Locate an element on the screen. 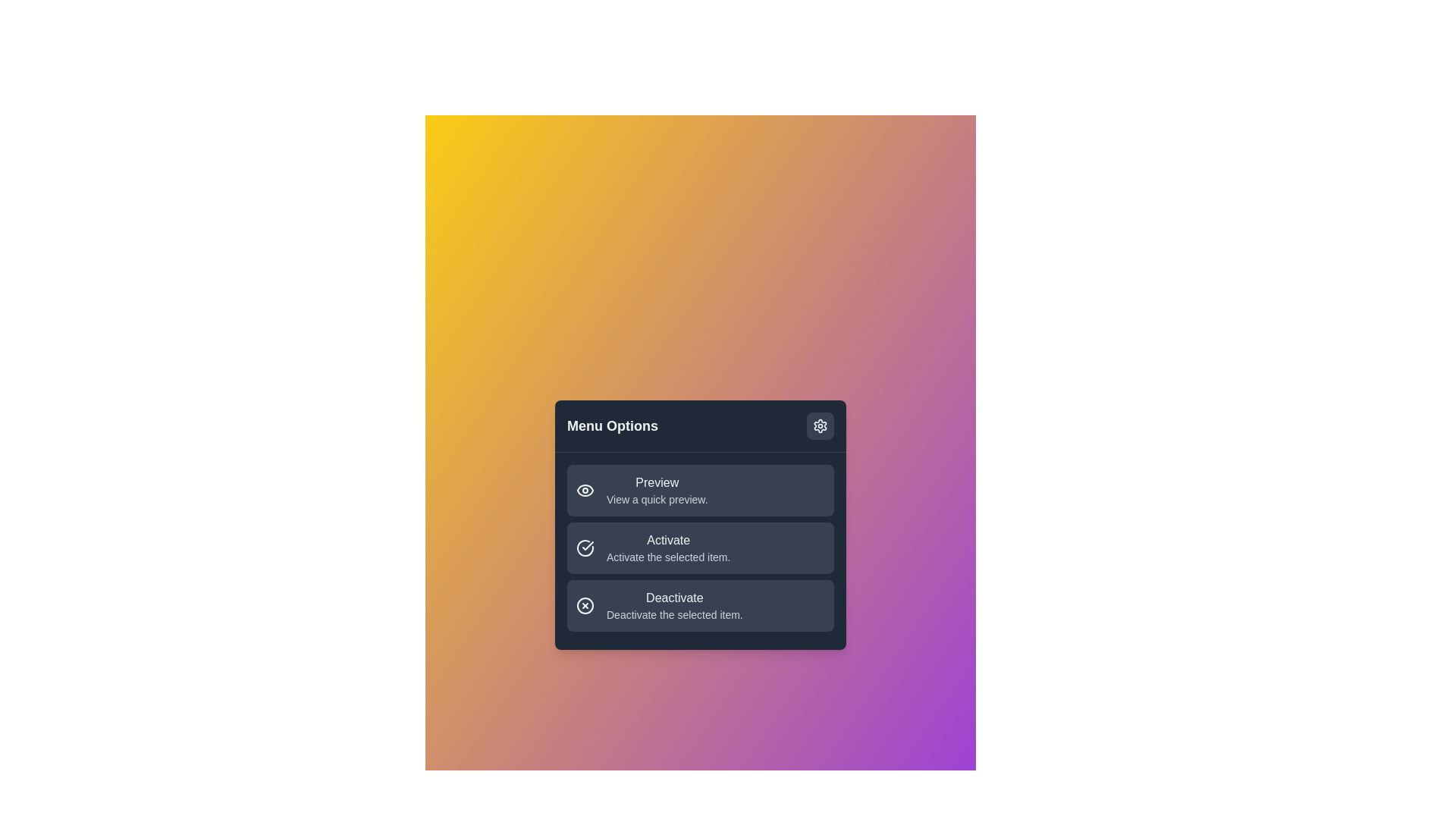  the 'Deactivate' option to deactivate the selected item is located at coordinates (700, 604).